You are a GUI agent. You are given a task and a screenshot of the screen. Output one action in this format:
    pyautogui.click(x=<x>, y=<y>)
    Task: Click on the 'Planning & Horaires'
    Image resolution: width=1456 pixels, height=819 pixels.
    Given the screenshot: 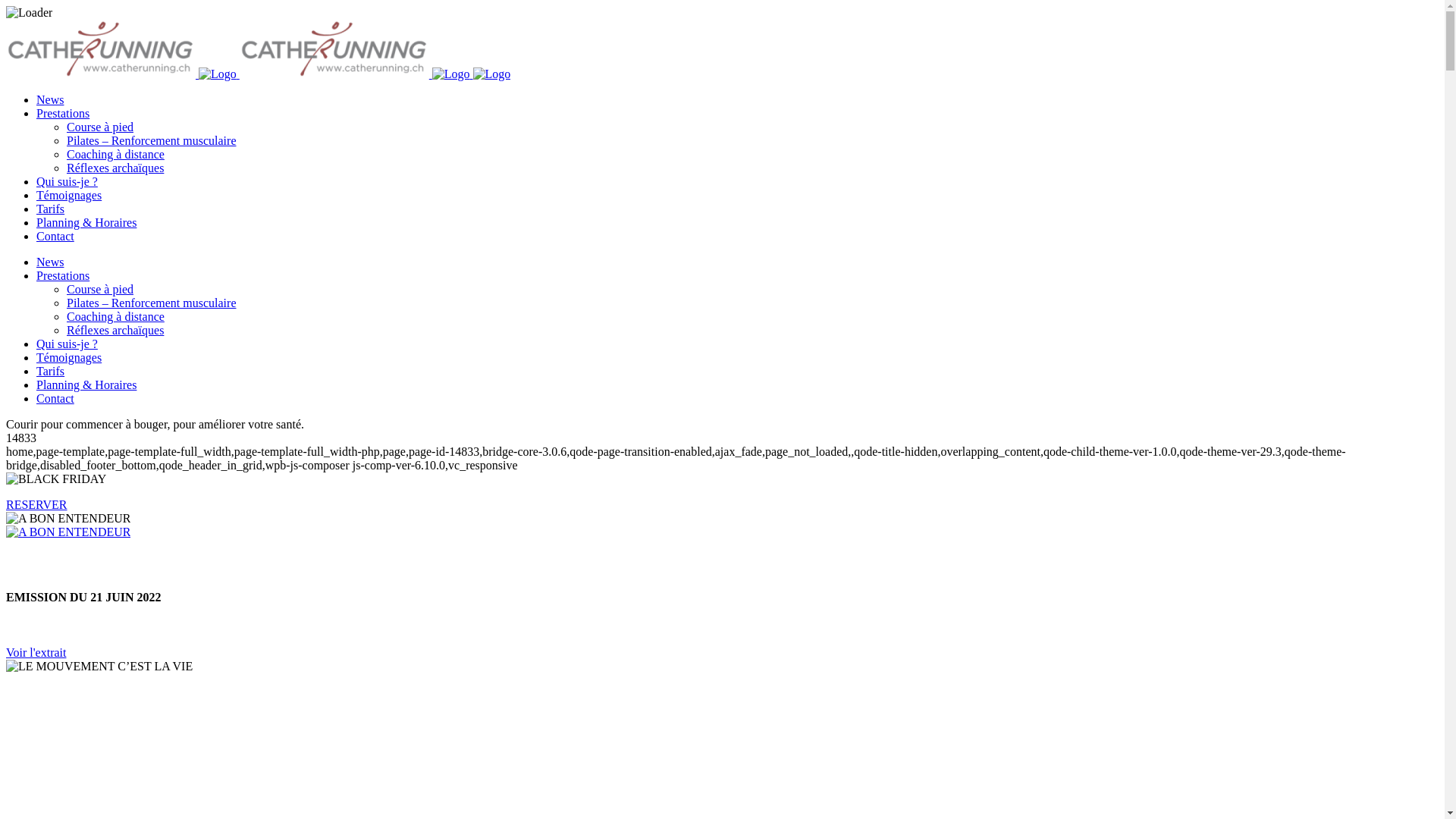 What is the action you would take?
    pyautogui.click(x=86, y=222)
    